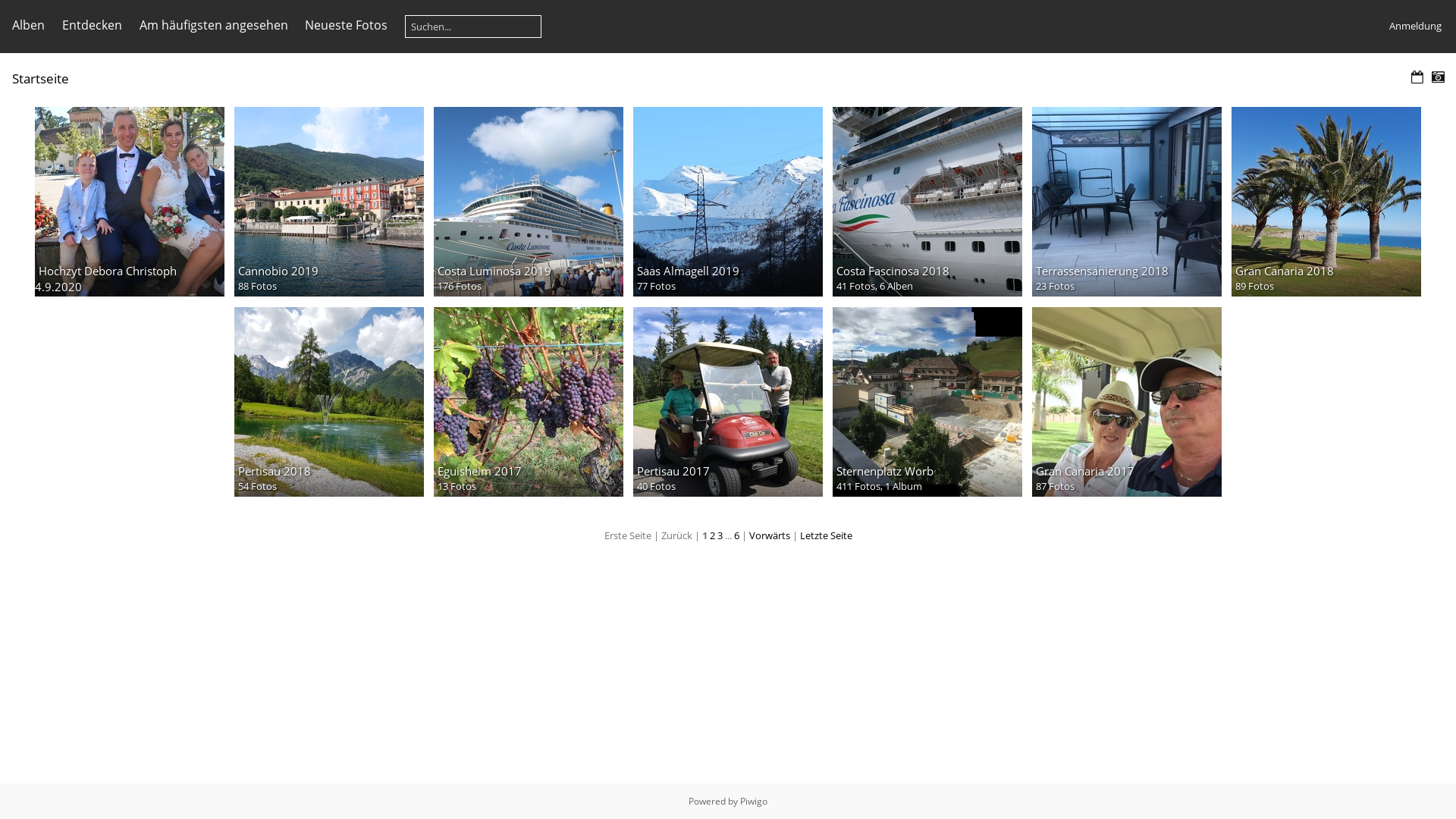  Describe the element at coordinates (1414, 26) in the screenshot. I see `'Anmeldung'` at that location.